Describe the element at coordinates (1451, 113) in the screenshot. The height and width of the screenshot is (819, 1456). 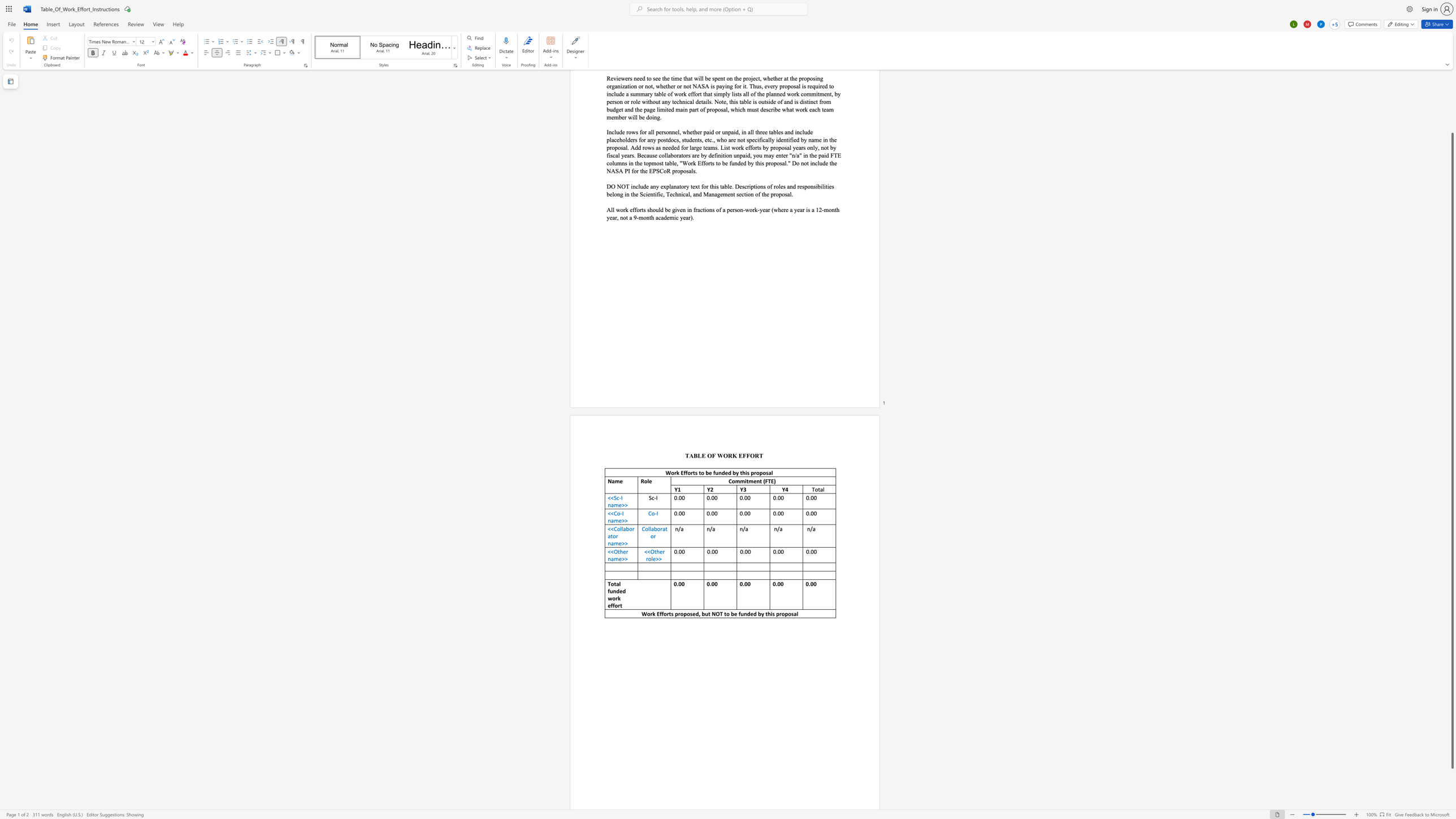
I see `the right-hand scrollbar to ascend the page` at that location.